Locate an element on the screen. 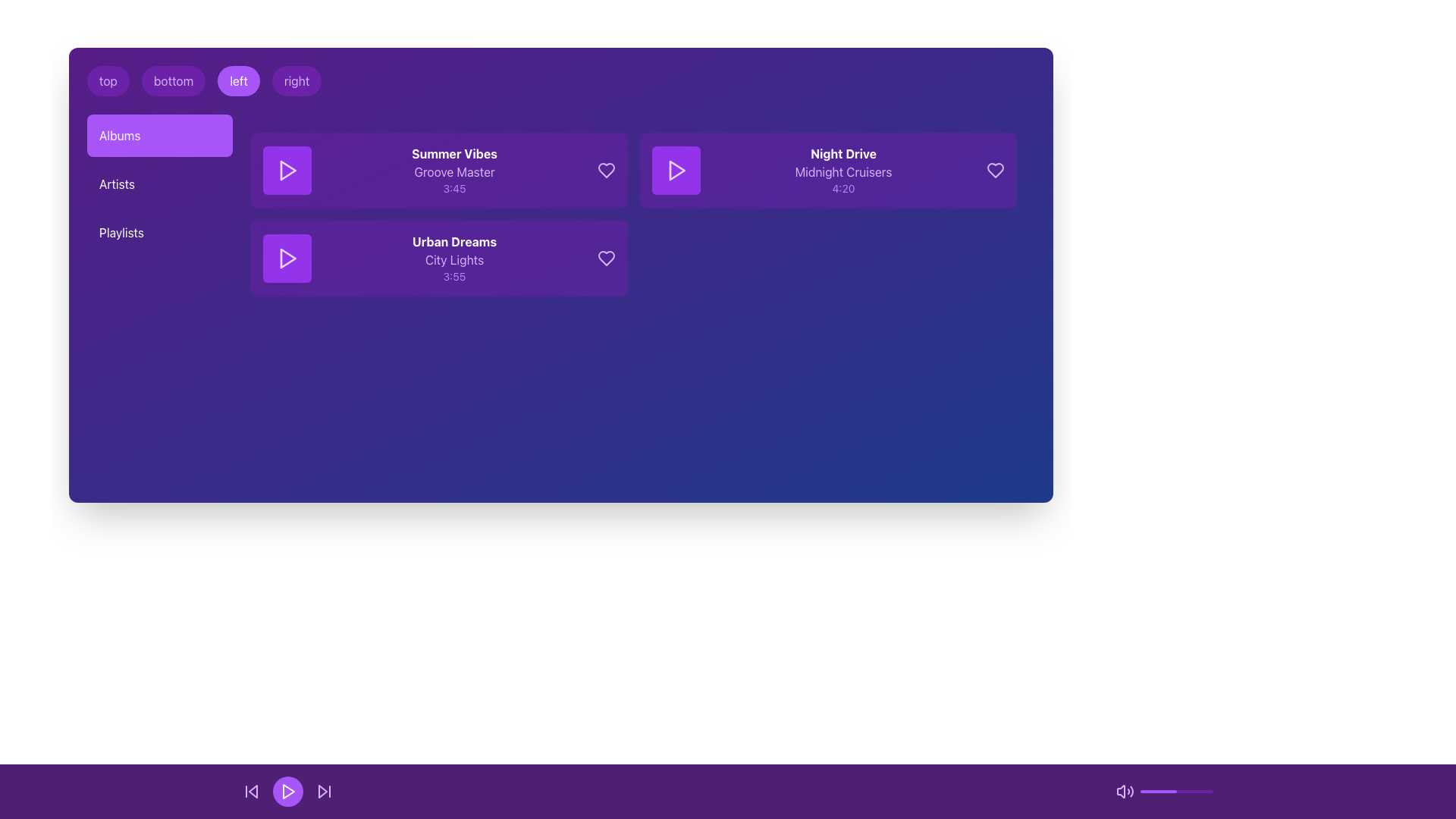 The image size is (1456, 819). the heart-shaped icon with a purple outline is located at coordinates (607, 170).